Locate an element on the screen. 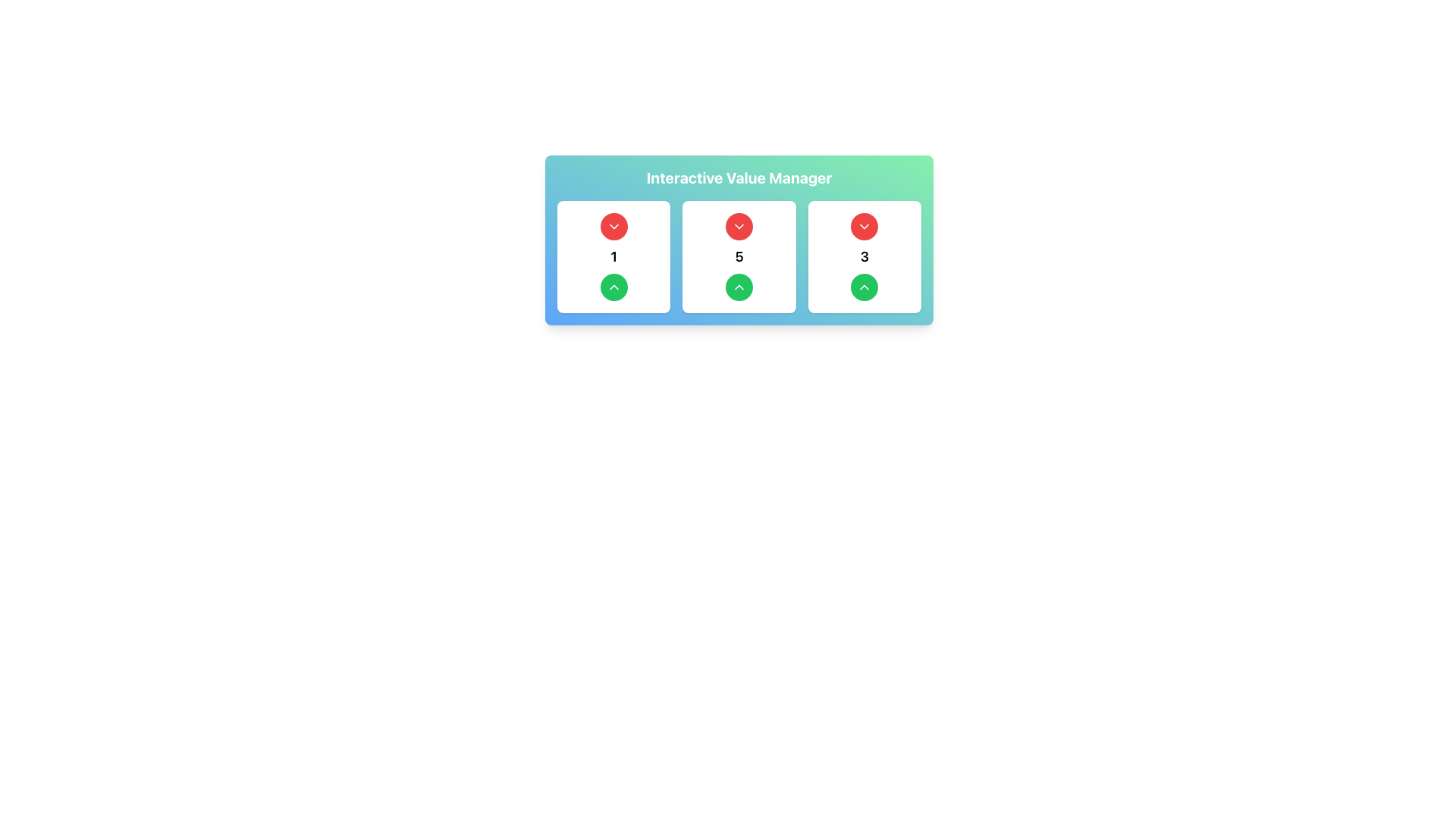  the downward chevron icon within the circular button located at the top section of the rightmost card in a three-card layout is located at coordinates (864, 227).